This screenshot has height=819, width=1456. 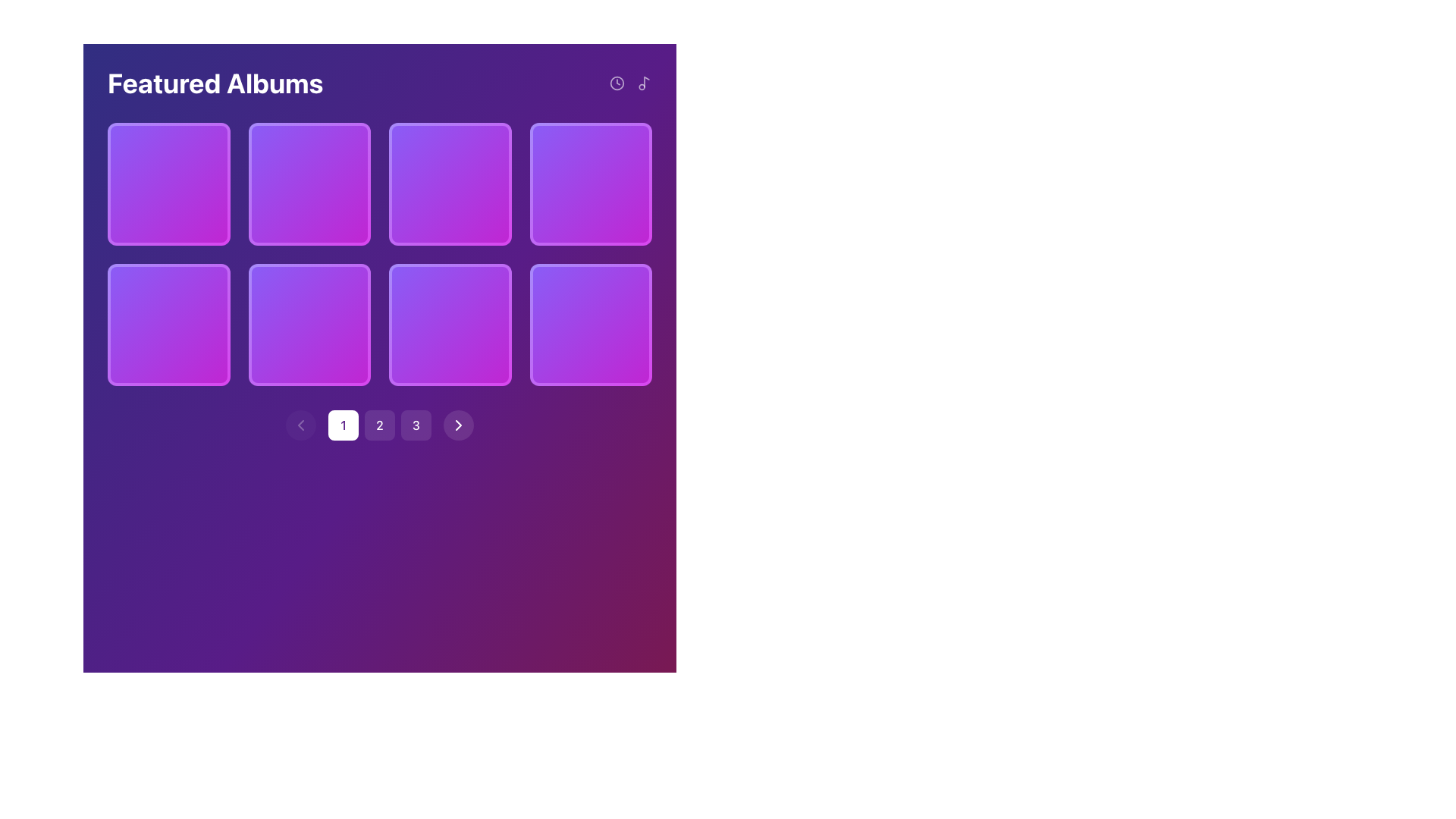 What do you see at coordinates (168, 324) in the screenshot?
I see `on the interactive album tile card located in the second row, first column of the 'Featured Albums' collection` at bounding box center [168, 324].